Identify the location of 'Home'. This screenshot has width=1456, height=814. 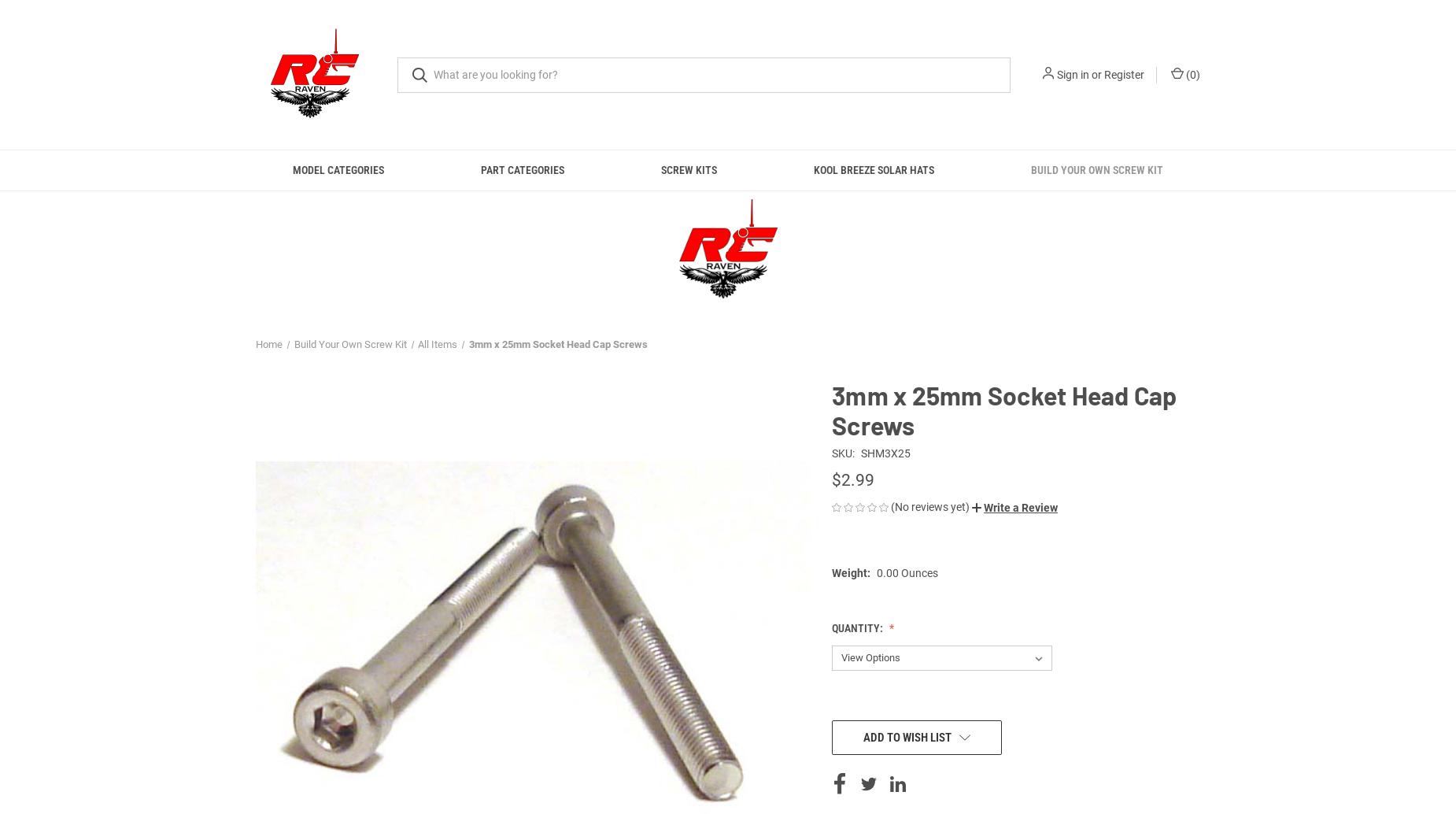
(268, 343).